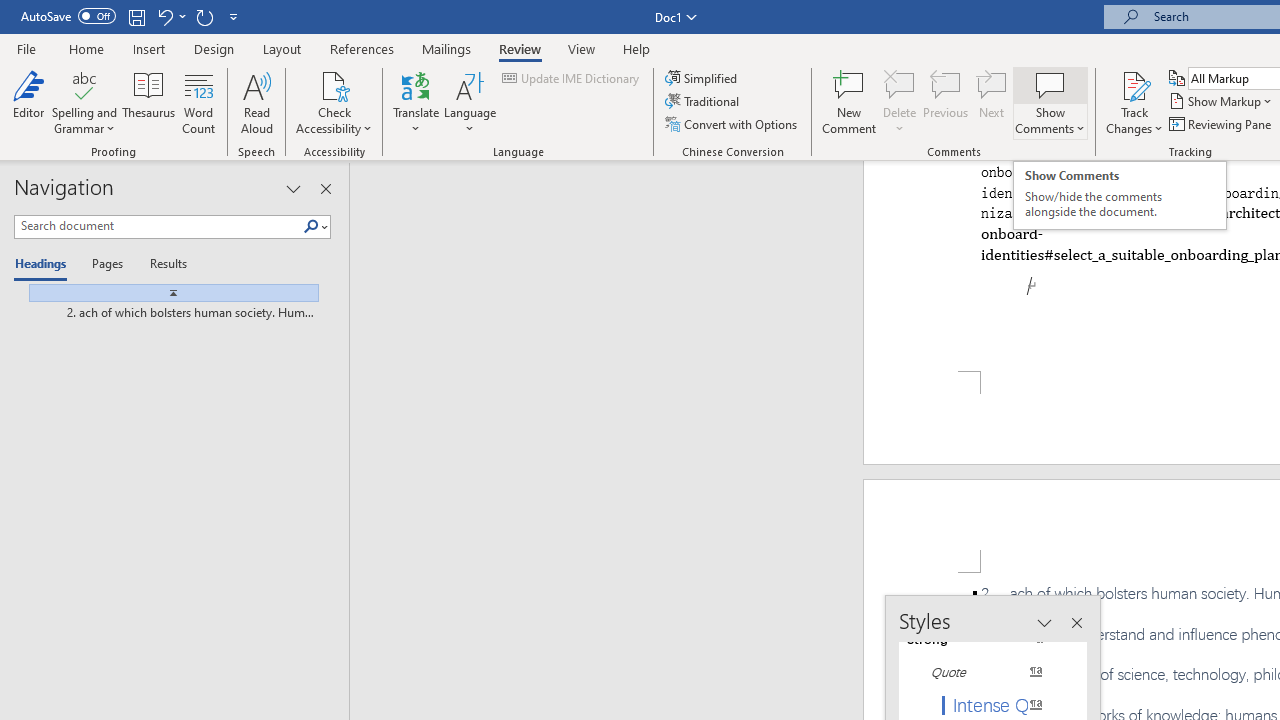 This screenshot has height=720, width=1280. What do you see at coordinates (849, 103) in the screenshot?
I see `'New Comment'` at bounding box center [849, 103].